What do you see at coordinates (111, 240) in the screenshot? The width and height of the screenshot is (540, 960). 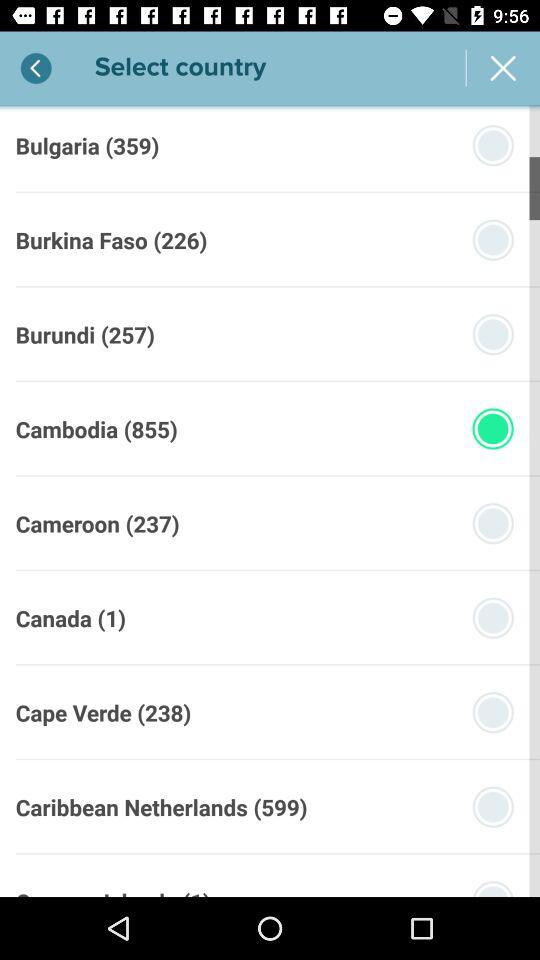 I see `burkina faso (226) item` at bounding box center [111, 240].